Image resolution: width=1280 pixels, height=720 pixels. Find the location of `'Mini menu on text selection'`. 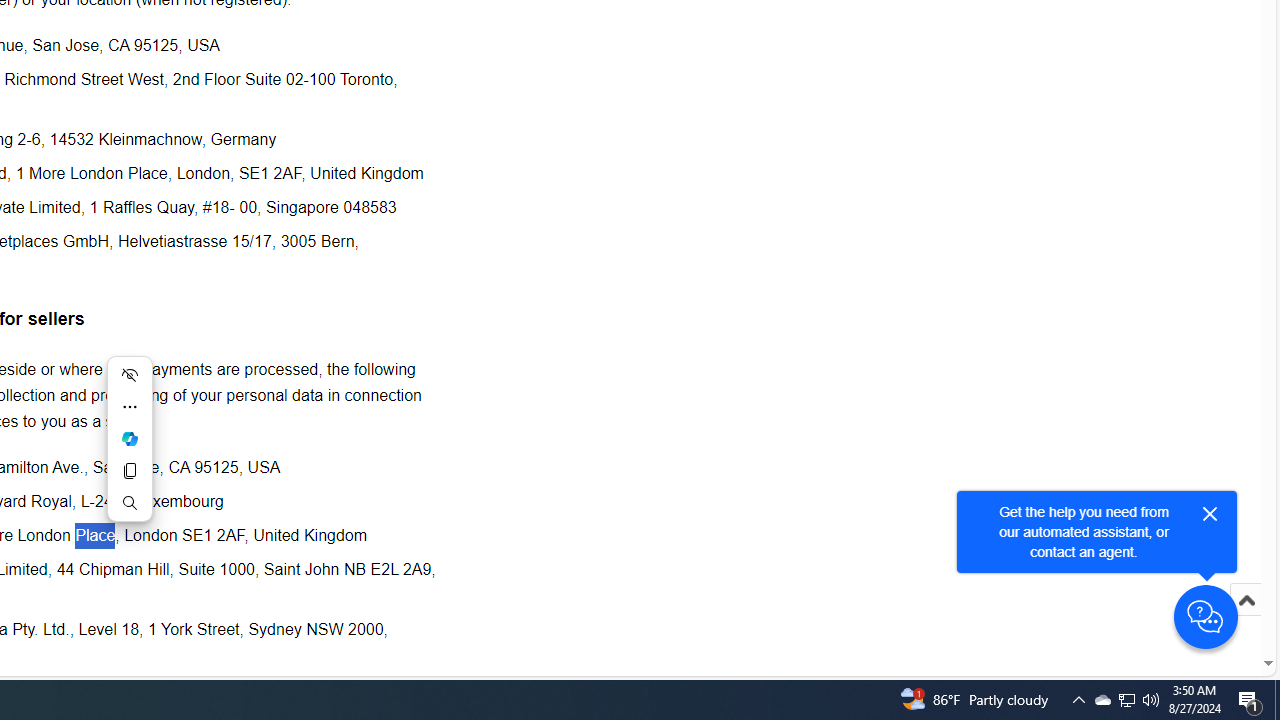

'Mini menu on text selection' is located at coordinates (128, 438).